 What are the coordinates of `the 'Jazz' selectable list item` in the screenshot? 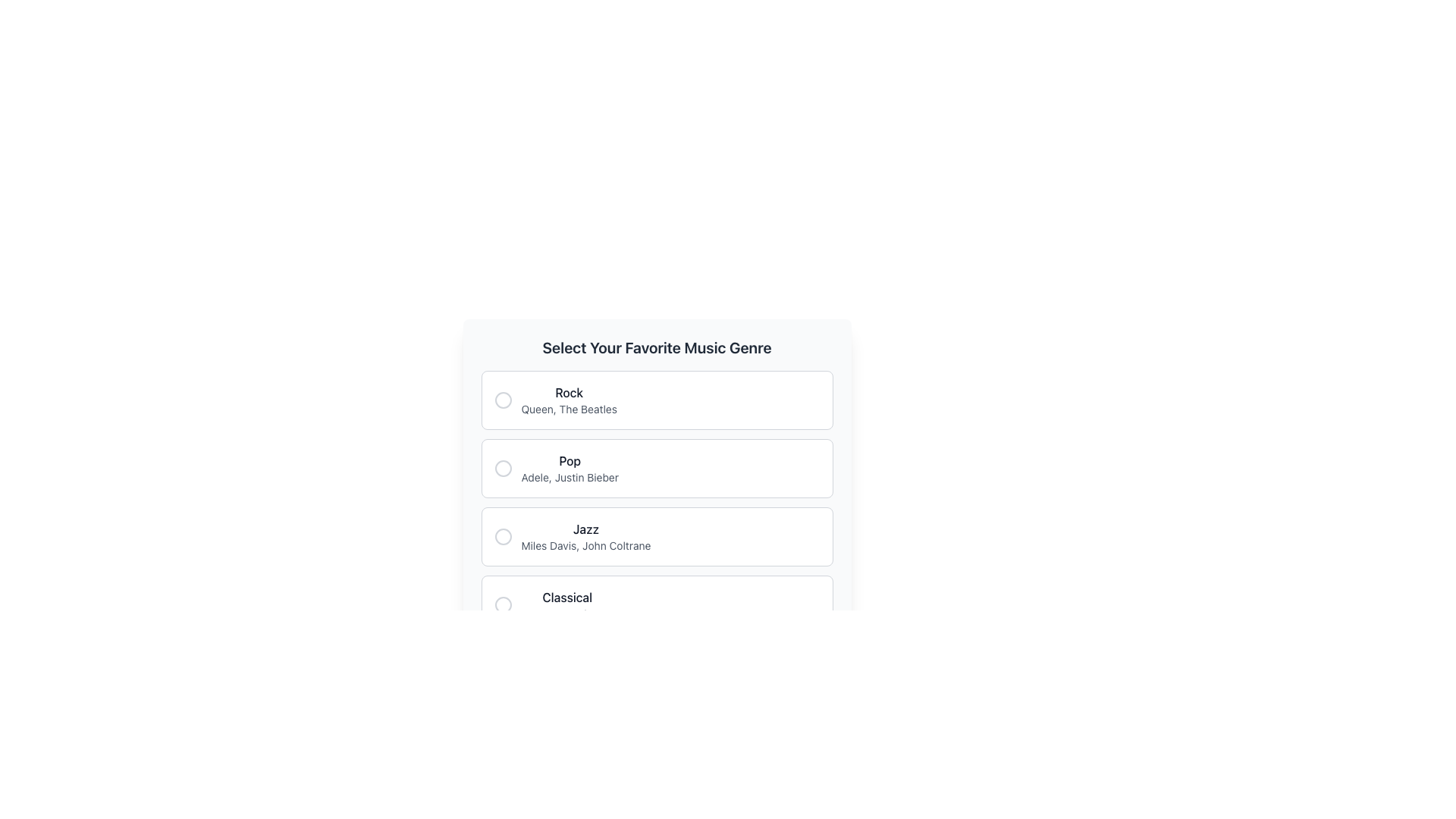 It's located at (657, 536).